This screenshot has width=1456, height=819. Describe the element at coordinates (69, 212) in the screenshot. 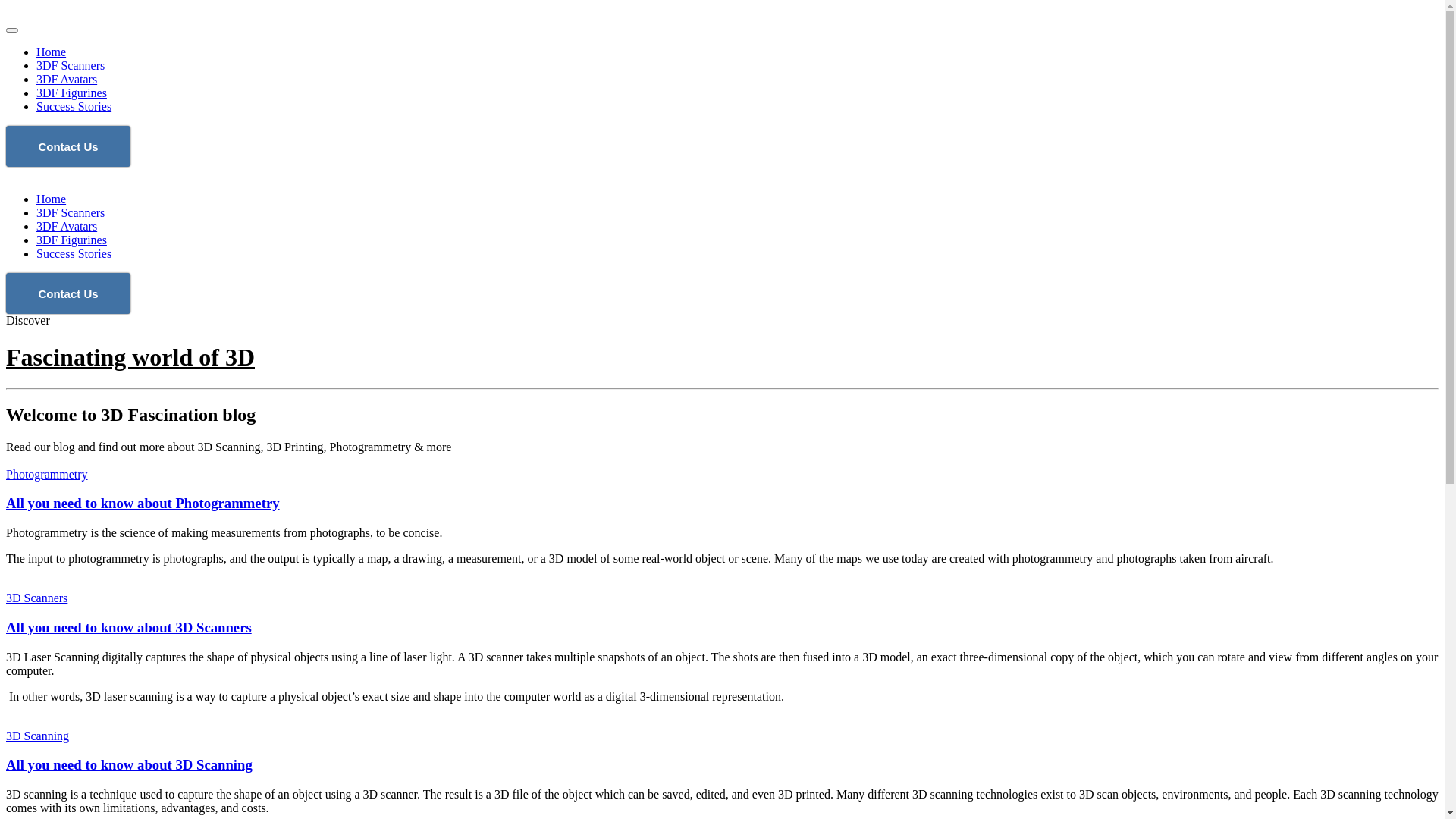

I see `'3DF Scanners'` at that location.